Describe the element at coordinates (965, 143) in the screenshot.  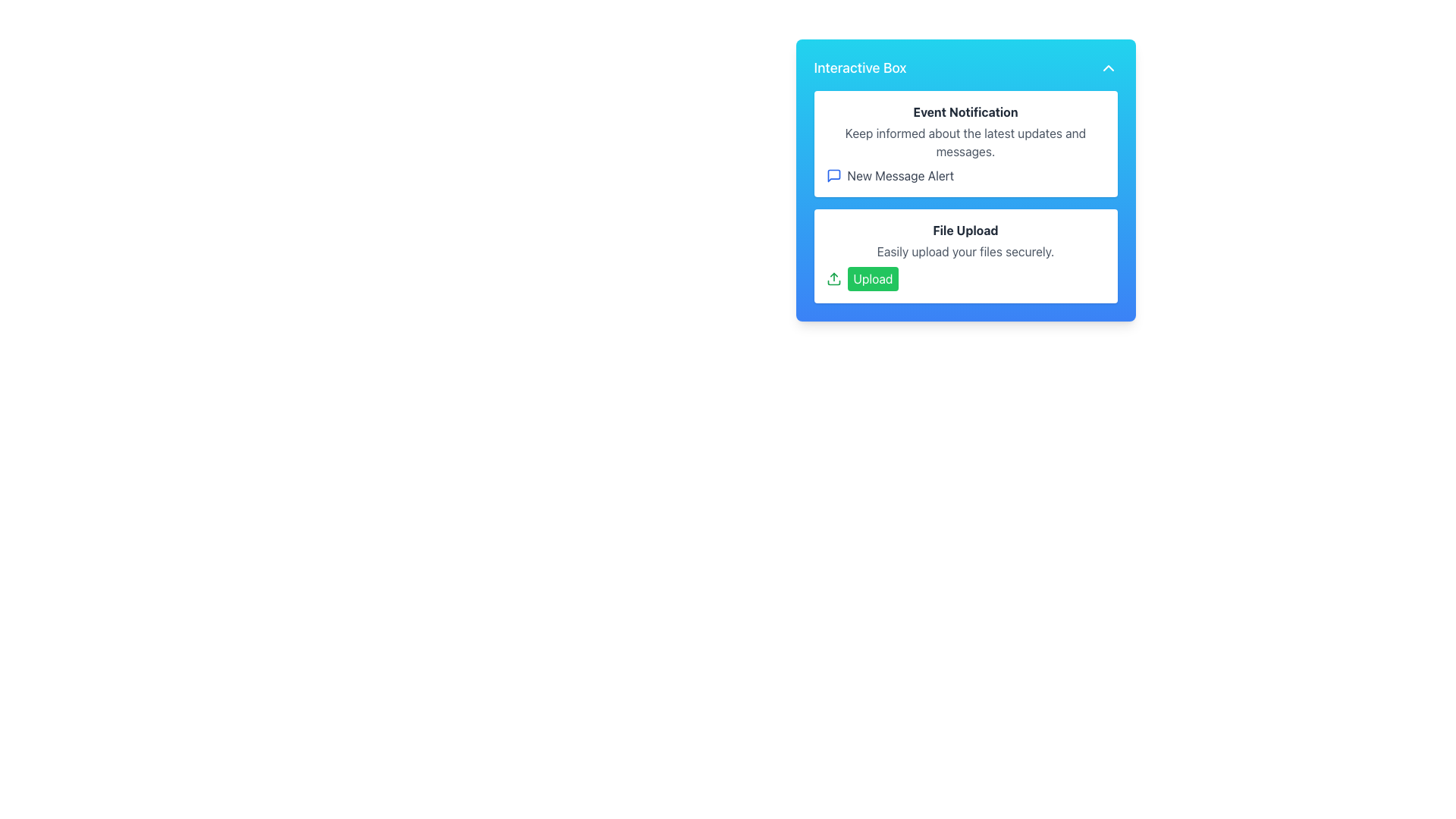
I see `the text displaying 'Keep informed about the latest updates and messages.' which is styled in gray and located between 'Event Notification' and 'New Message Alert.'` at that location.